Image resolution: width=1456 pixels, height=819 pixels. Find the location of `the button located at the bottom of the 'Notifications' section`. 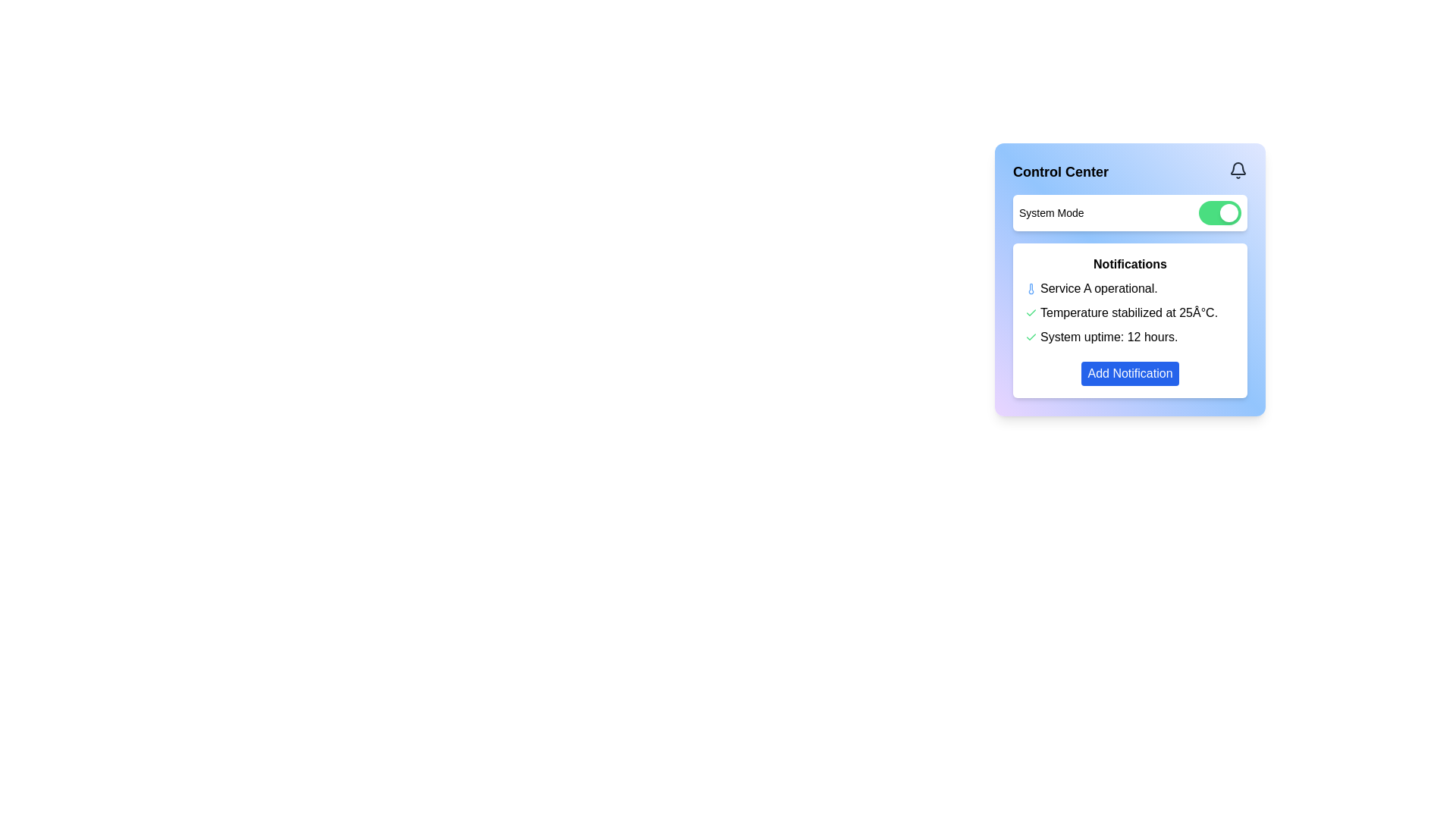

the button located at the bottom of the 'Notifications' section is located at coordinates (1130, 374).